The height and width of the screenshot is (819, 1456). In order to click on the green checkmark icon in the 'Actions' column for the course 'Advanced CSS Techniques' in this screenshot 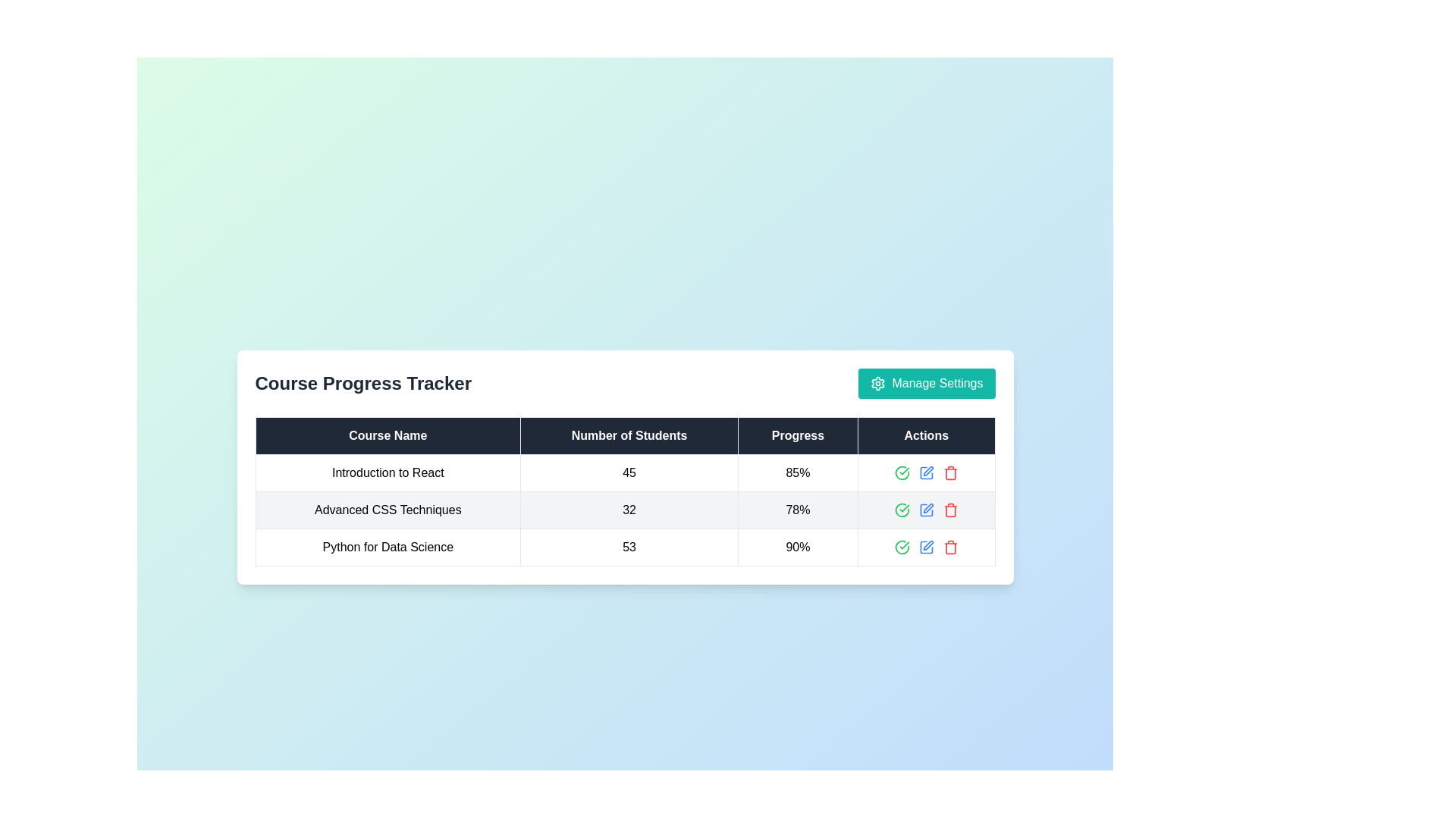, I will do `click(902, 510)`.